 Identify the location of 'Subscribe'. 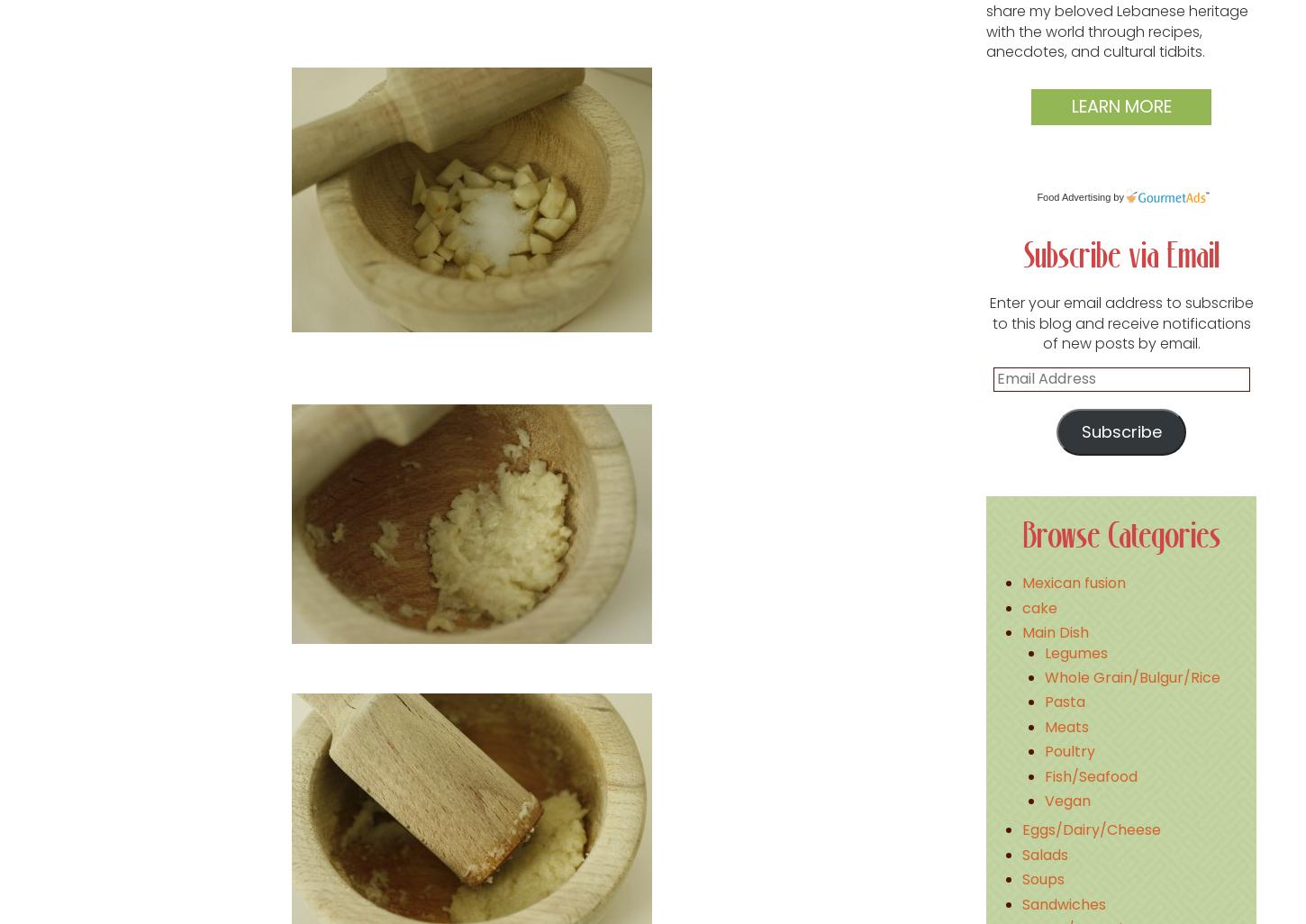
(1120, 430).